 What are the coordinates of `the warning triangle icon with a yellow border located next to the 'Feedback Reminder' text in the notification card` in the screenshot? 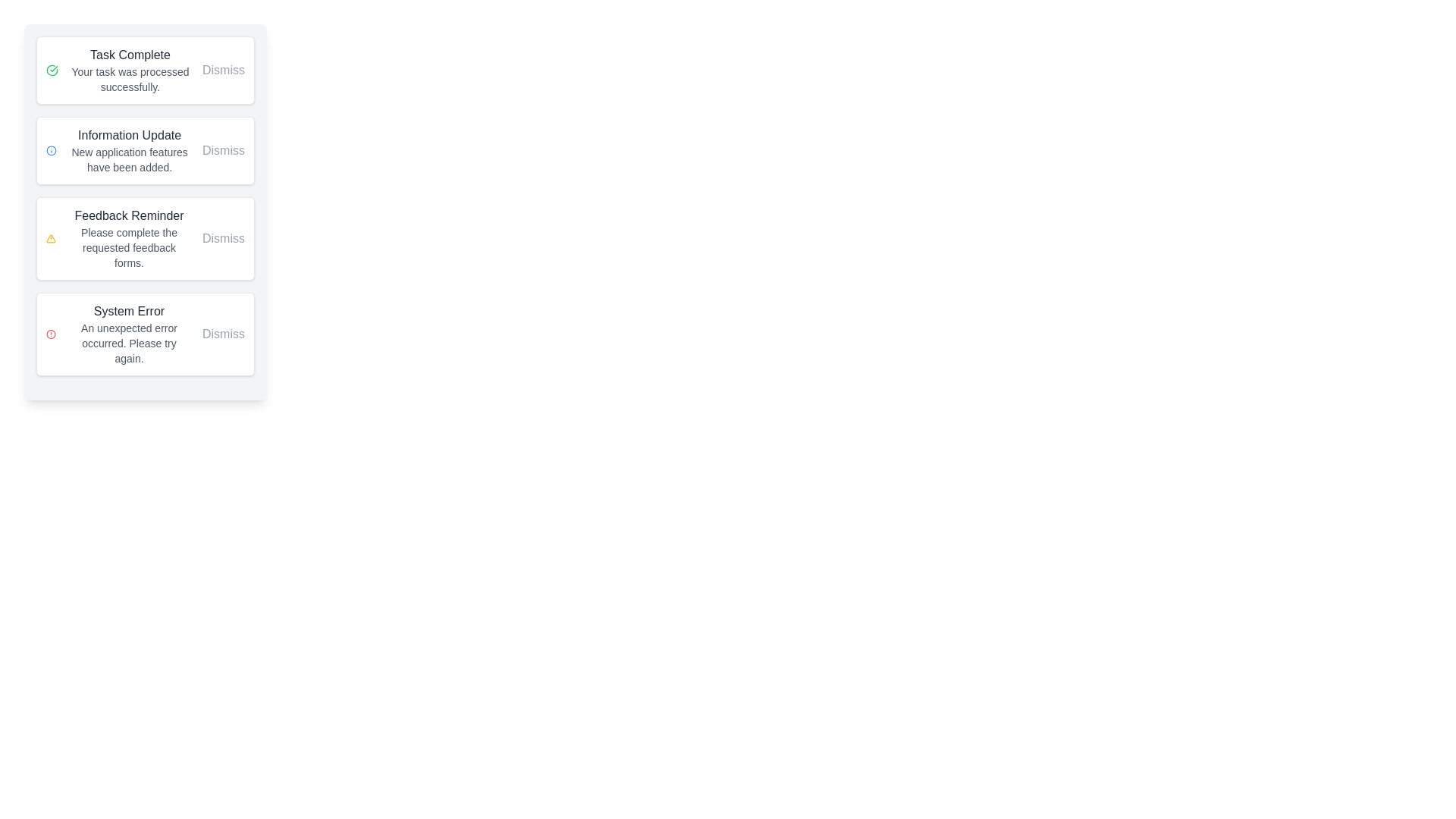 It's located at (51, 239).